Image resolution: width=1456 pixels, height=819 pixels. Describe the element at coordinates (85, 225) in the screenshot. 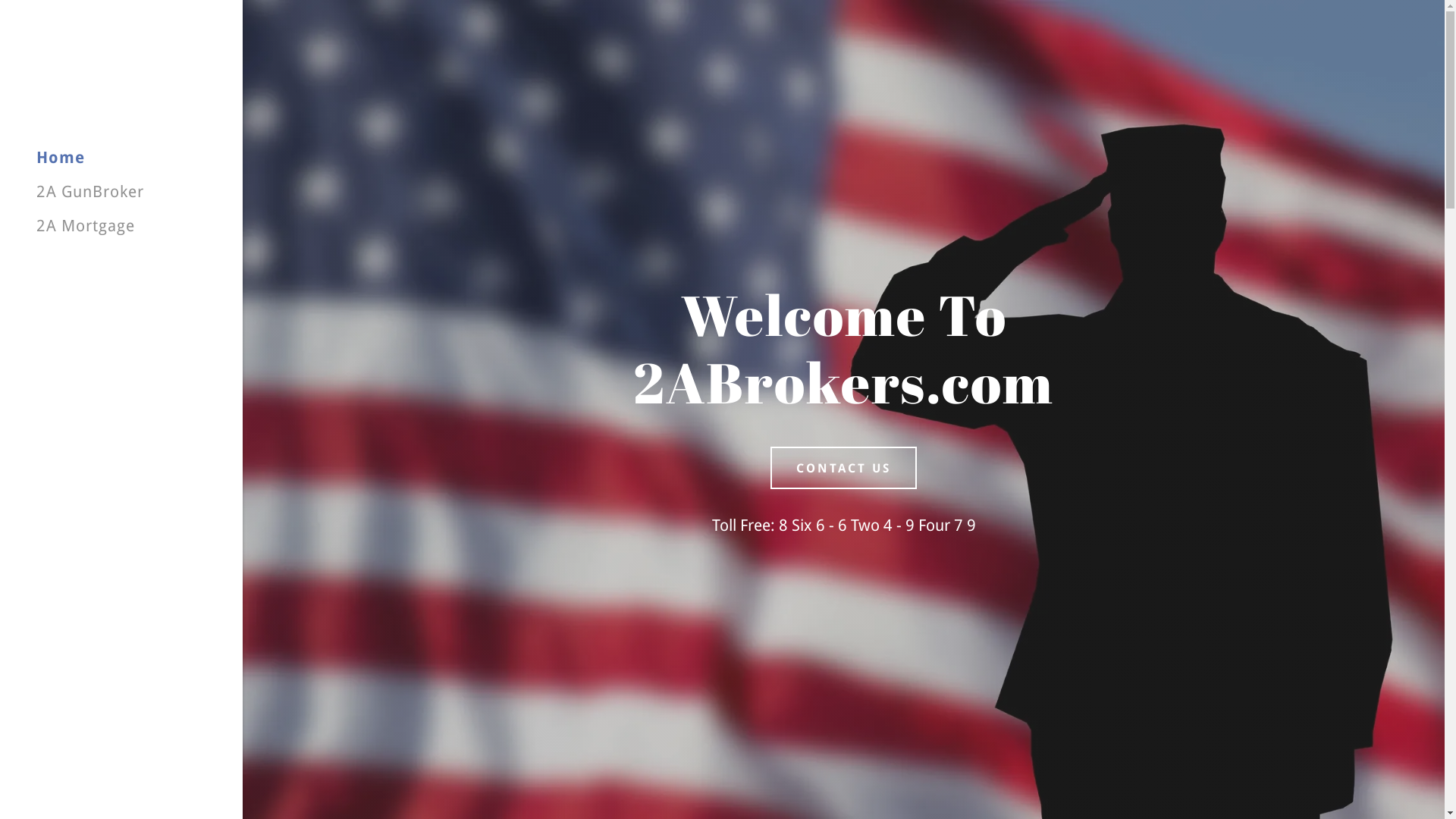

I see `'2A Mortgage'` at that location.